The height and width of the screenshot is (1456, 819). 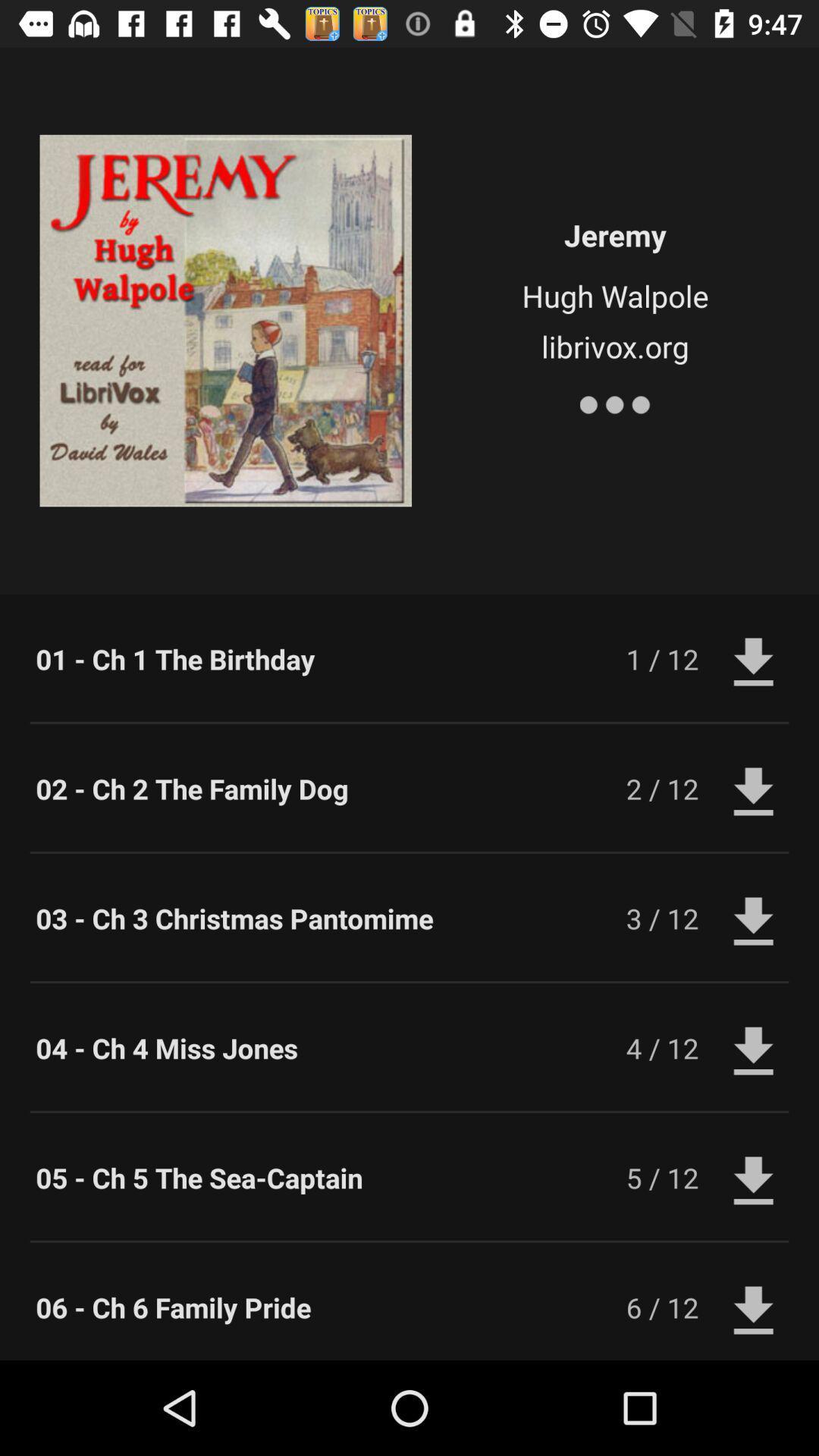 I want to click on download button next to 4  12, so click(x=754, y=1047).